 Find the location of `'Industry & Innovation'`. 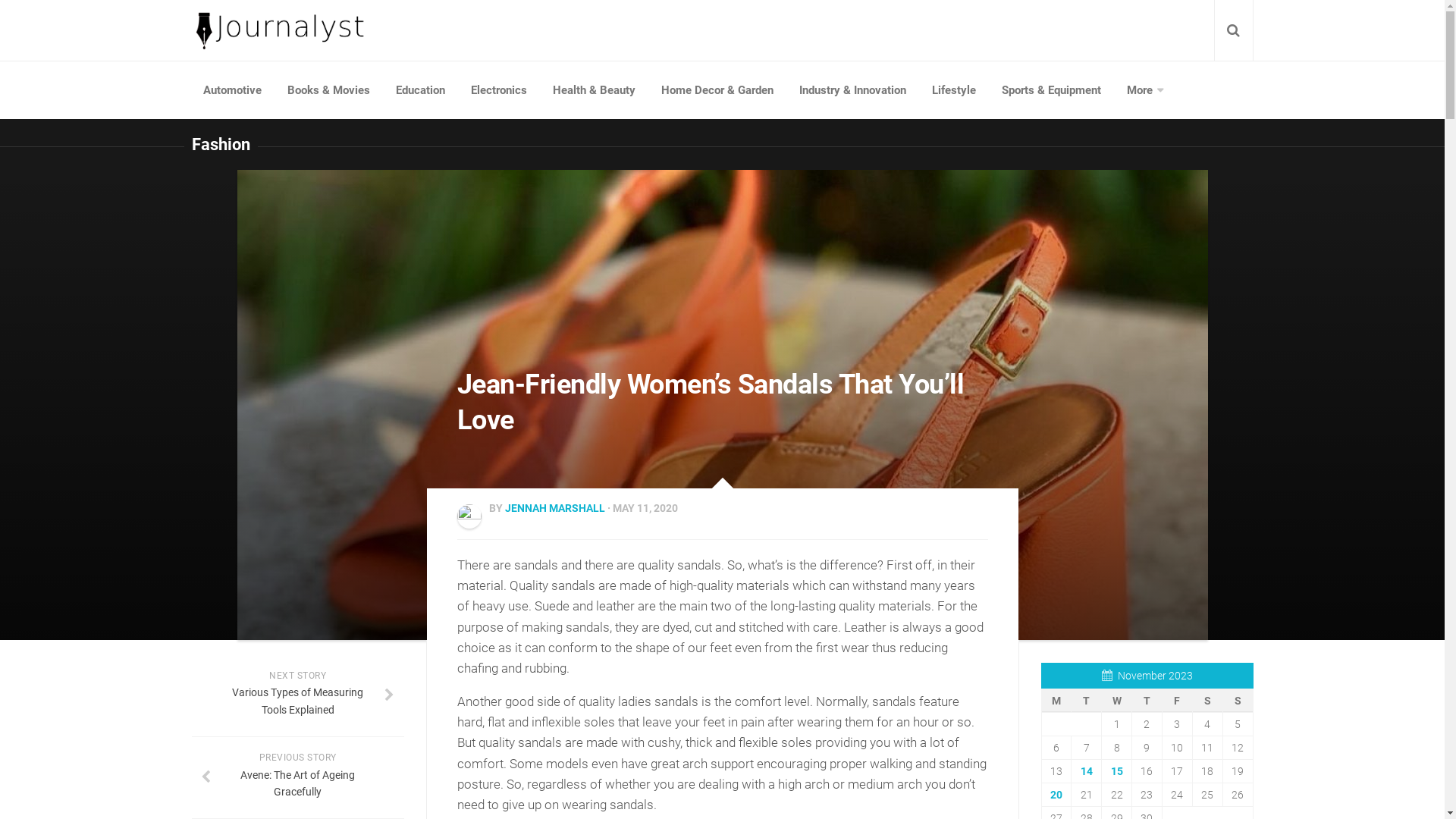

'Industry & Innovation' is located at coordinates (852, 90).